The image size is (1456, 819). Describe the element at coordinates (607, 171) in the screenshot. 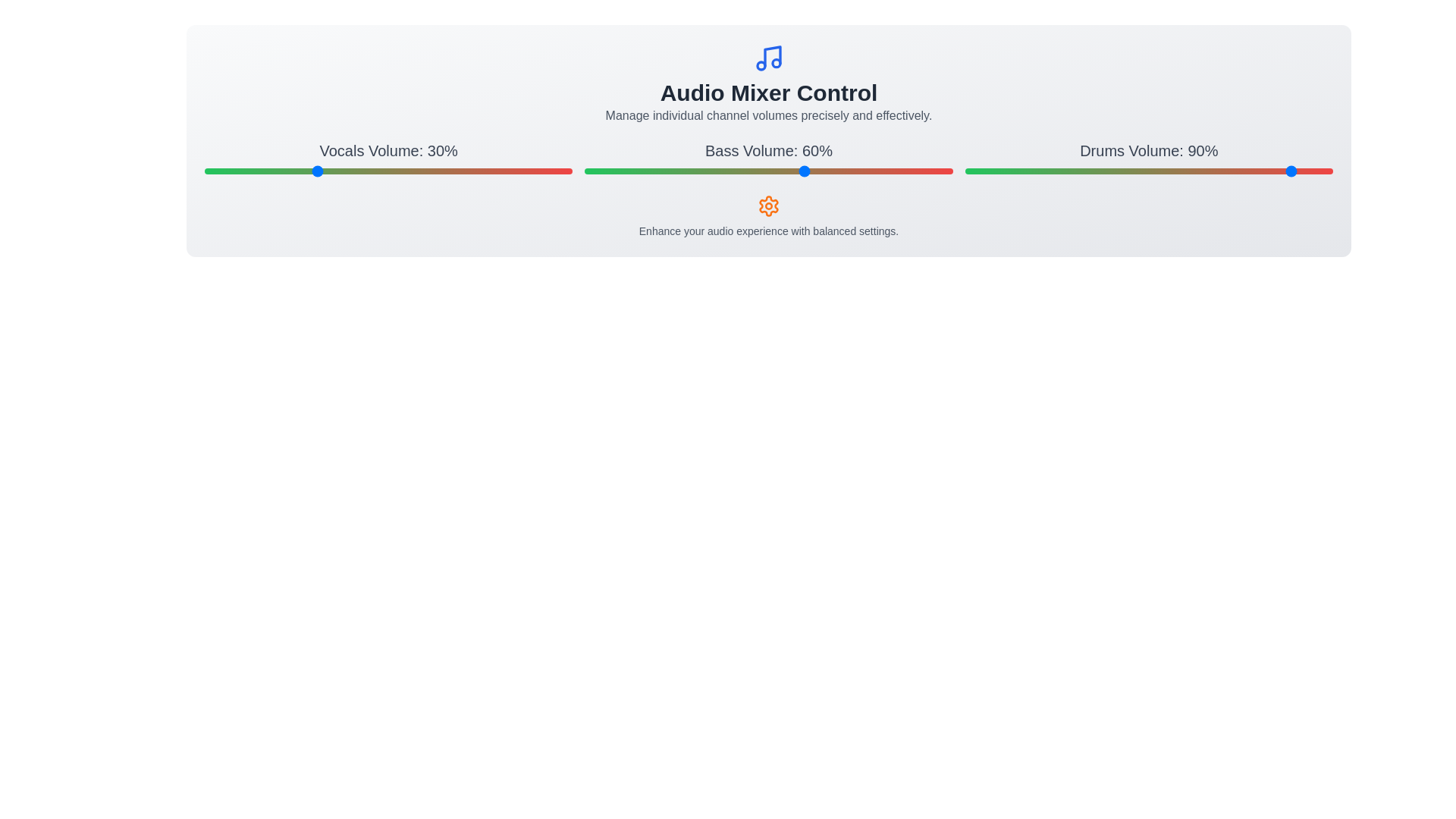

I see `the 'Bass' volume slider to 6%` at that location.